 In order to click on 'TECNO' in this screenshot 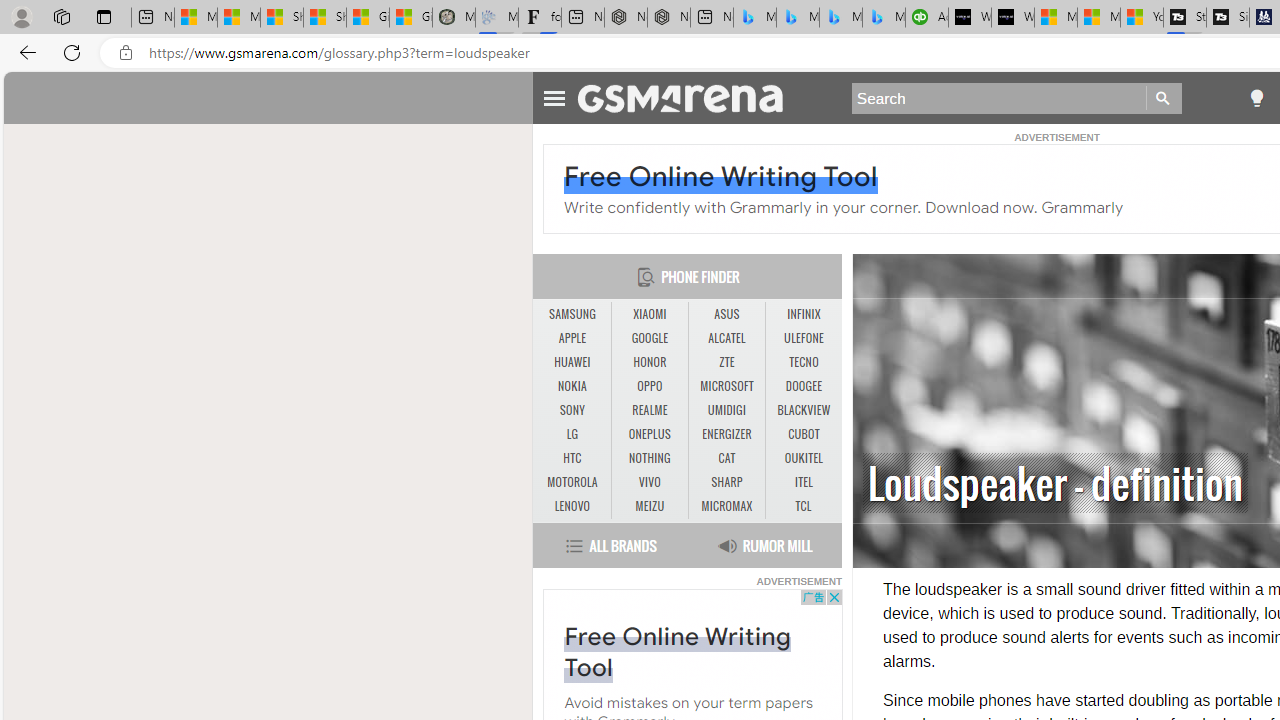, I will do `click(803, 362)`.